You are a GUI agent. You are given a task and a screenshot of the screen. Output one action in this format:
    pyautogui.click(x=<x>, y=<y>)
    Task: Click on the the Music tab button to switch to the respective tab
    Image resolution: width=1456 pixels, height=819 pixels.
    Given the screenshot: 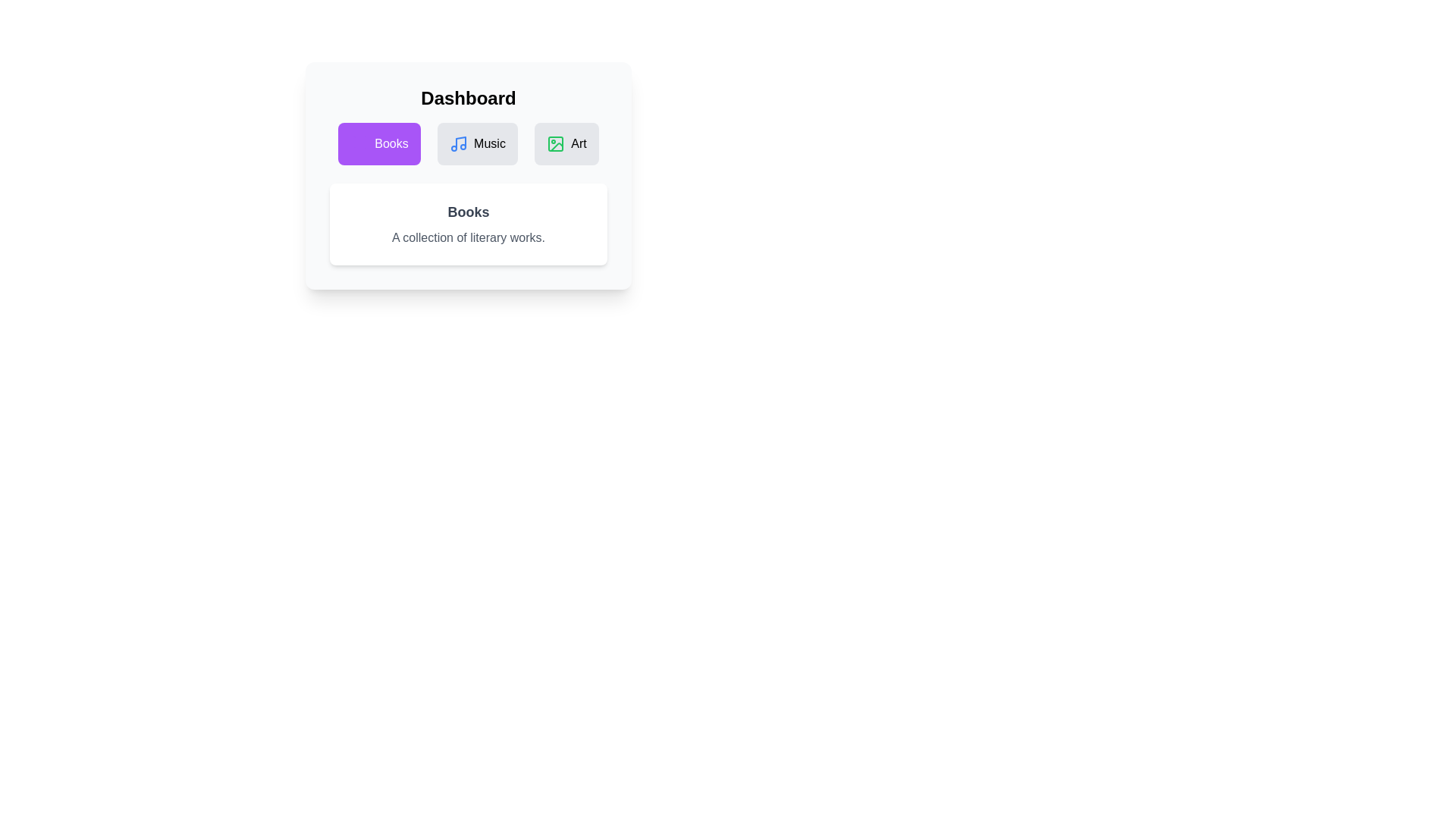 What is the action you would take?
    pyautogui.click(x=476, y=143)
    